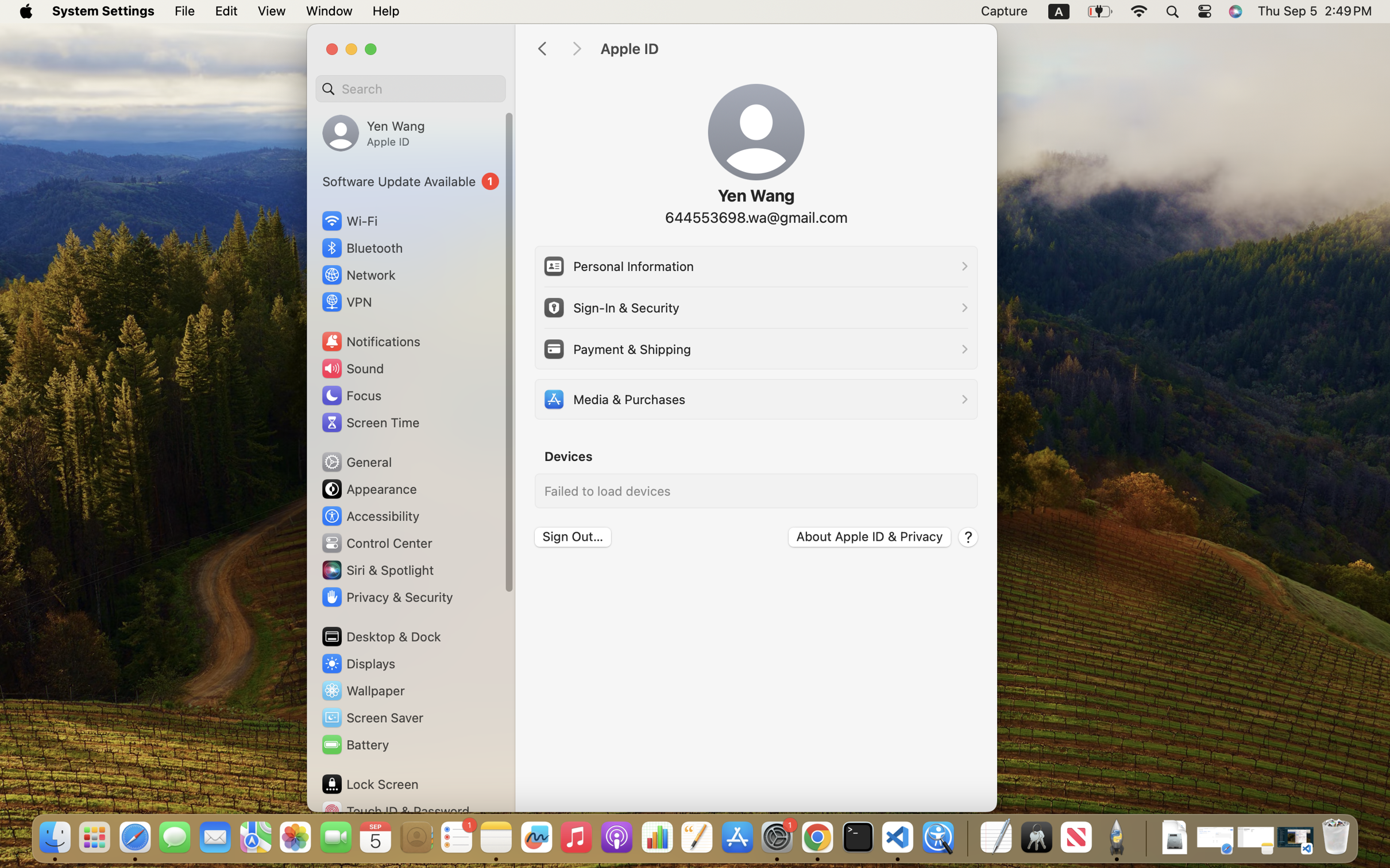 This screenshot has width=1390, height=868. I want to click on 'Control Center', so click(376, 543).